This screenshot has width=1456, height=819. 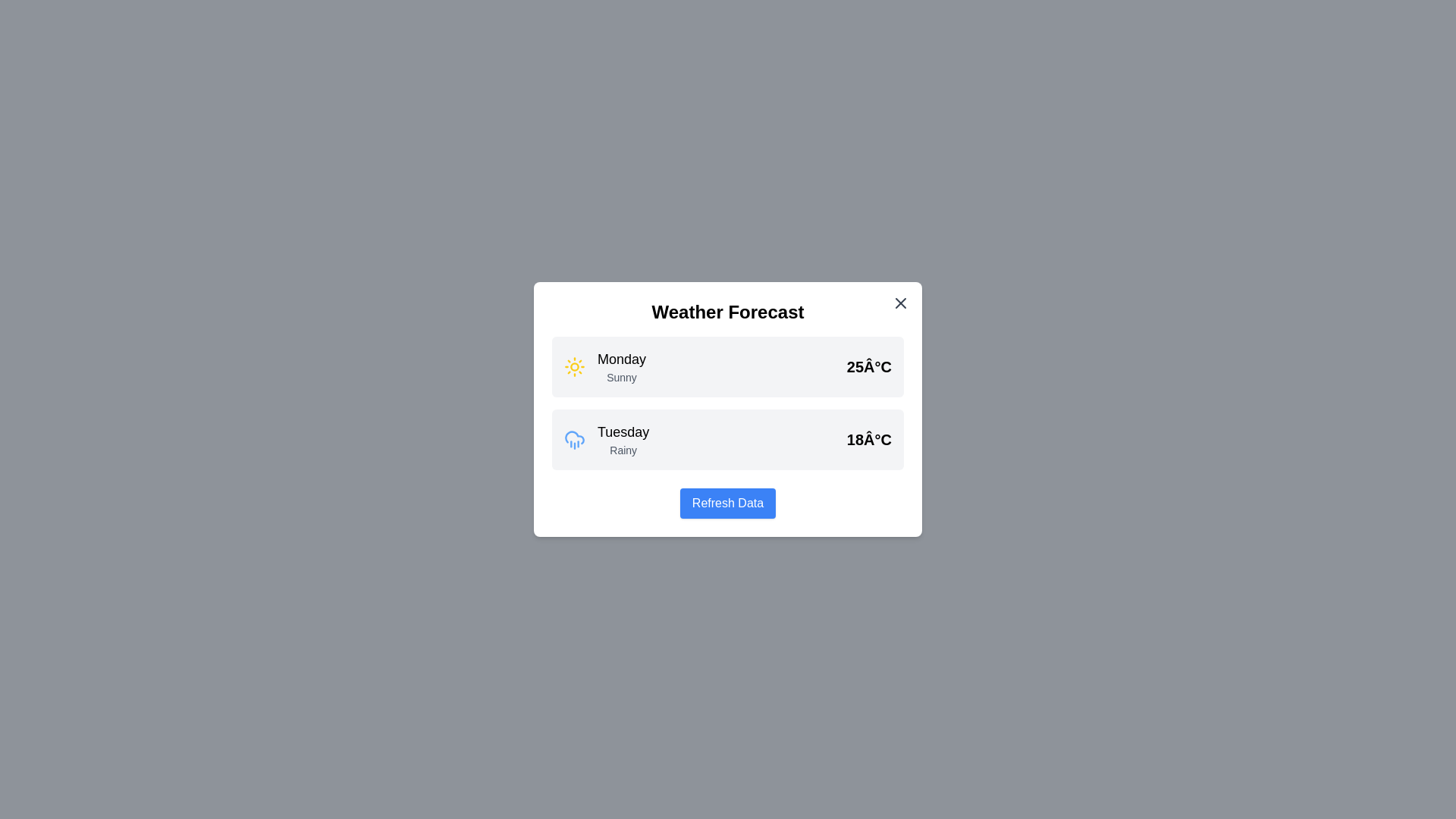 What do you see at coordinates (623, 450) in the screenshot?
I see `the Text label that describes the weather condition 'Rainy' for 'Tuesday' in the bottom-right section of the weather forecast dialog box` at bounding box center [623, 450].